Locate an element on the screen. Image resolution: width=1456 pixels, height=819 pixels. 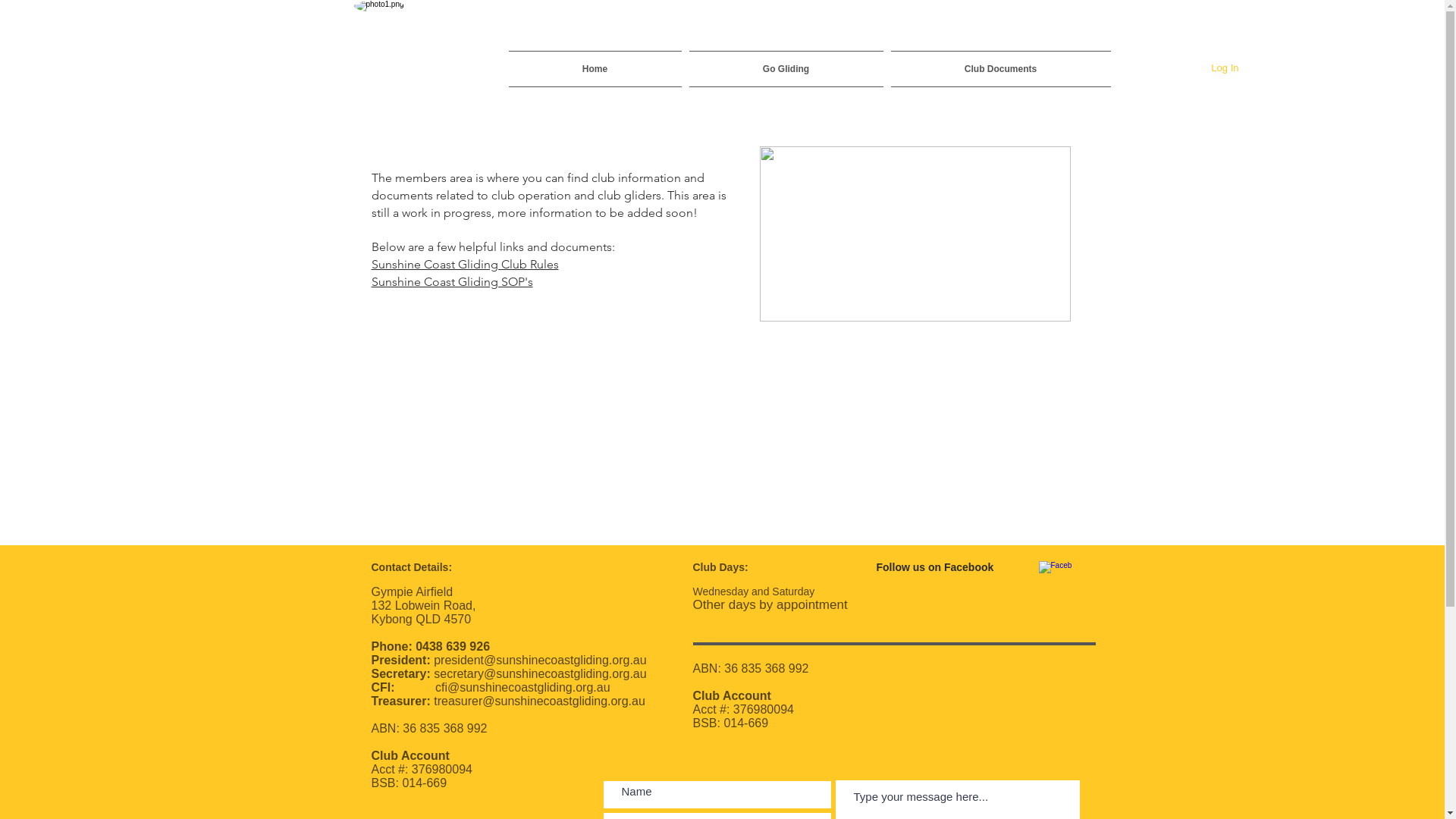
'Club Documents' is located at coordinates (999, 69).